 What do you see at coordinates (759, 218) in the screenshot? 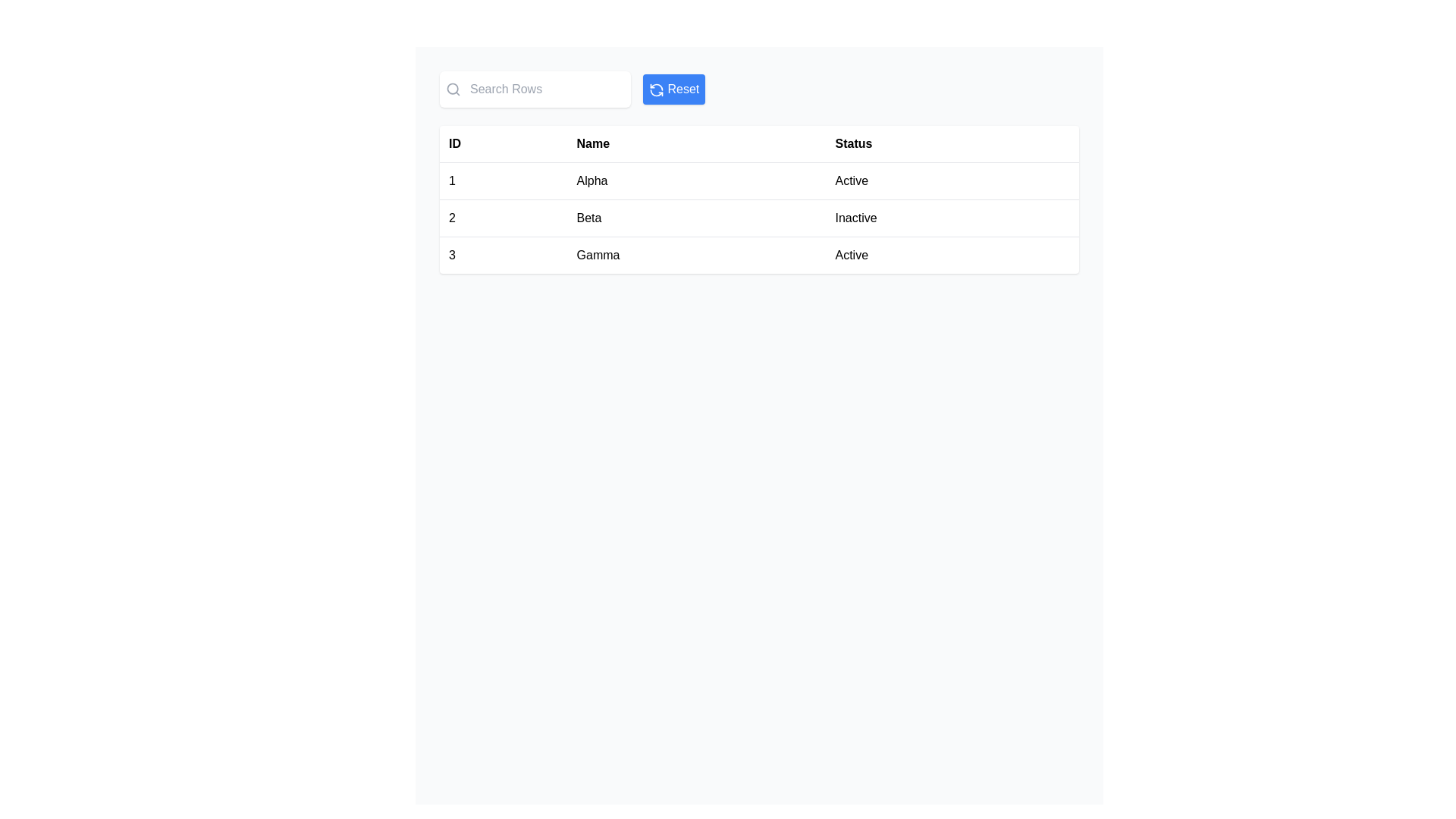
I see `the second row of the table, which contains ID, Name, and Status attributes` at bounding box center [759, 218].